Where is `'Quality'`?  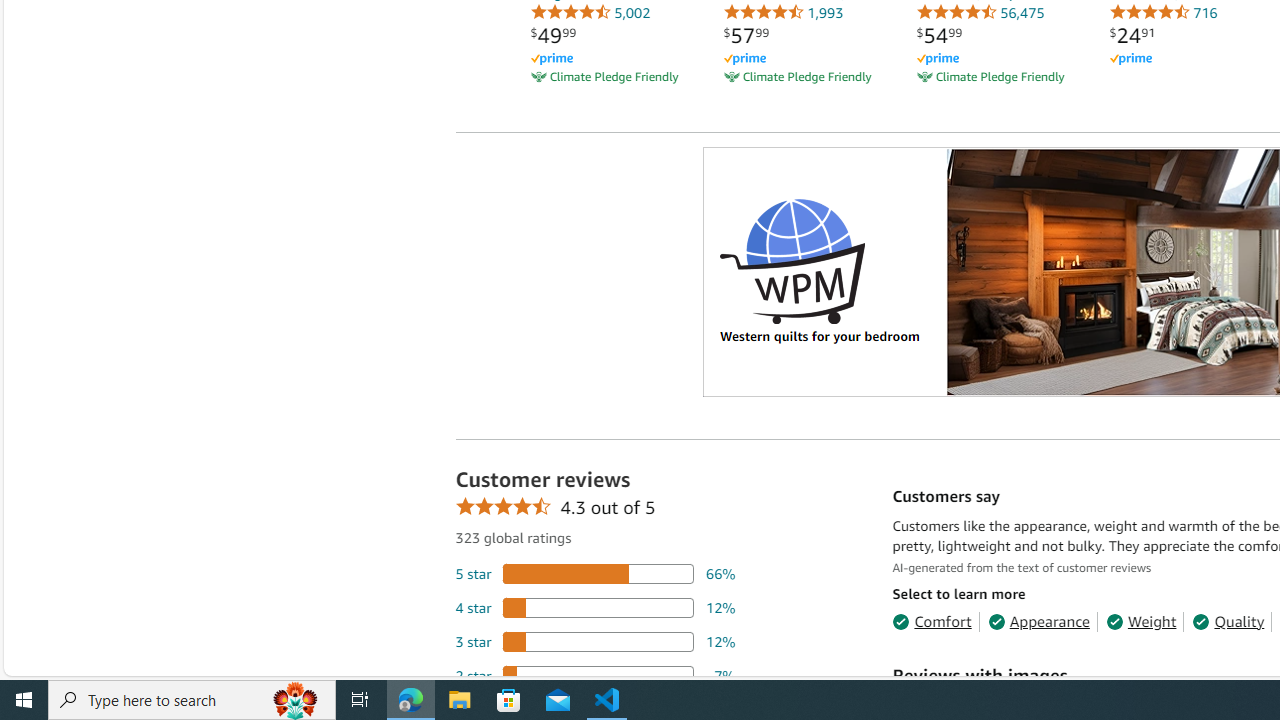
'Quality' is located at coordinates (1227, 620).